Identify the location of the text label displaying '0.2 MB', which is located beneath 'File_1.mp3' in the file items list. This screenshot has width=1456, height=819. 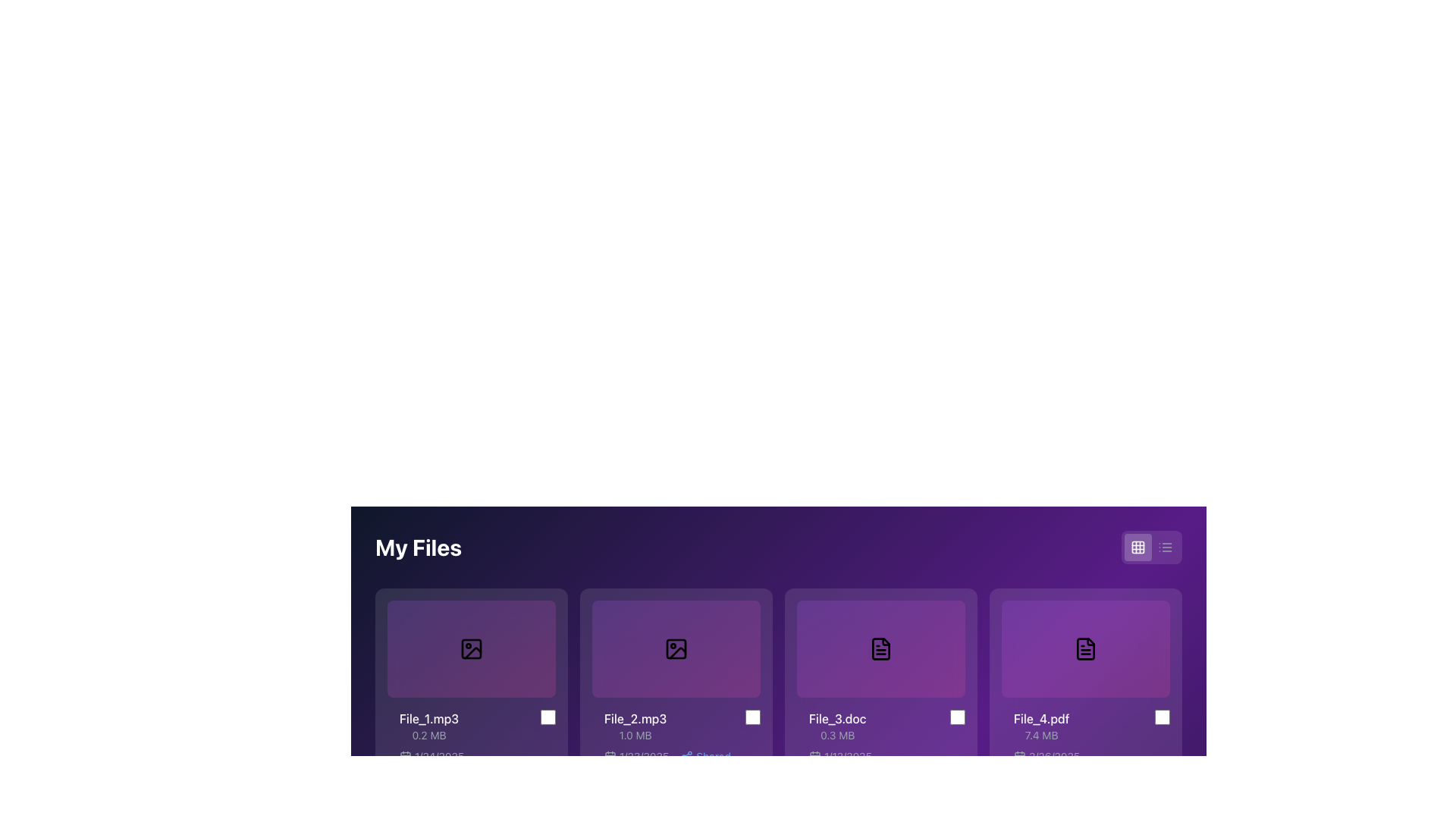
(428, 734).